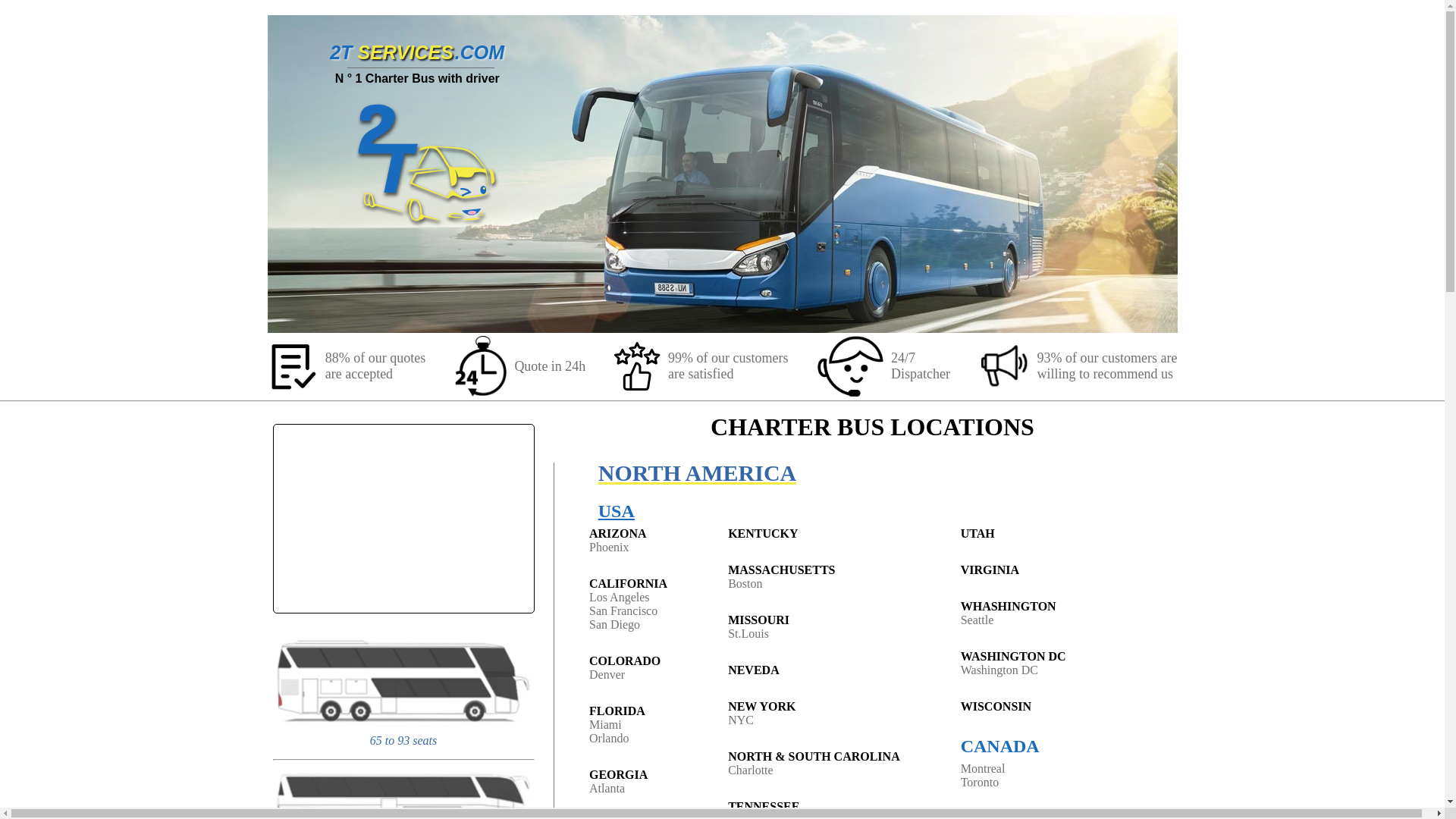 Image resolution: width=1456 pixels, height=819 pixels. Describe the element at coordinates (999, 669) in the screenshot. I see `'Washington DC'` at that location.